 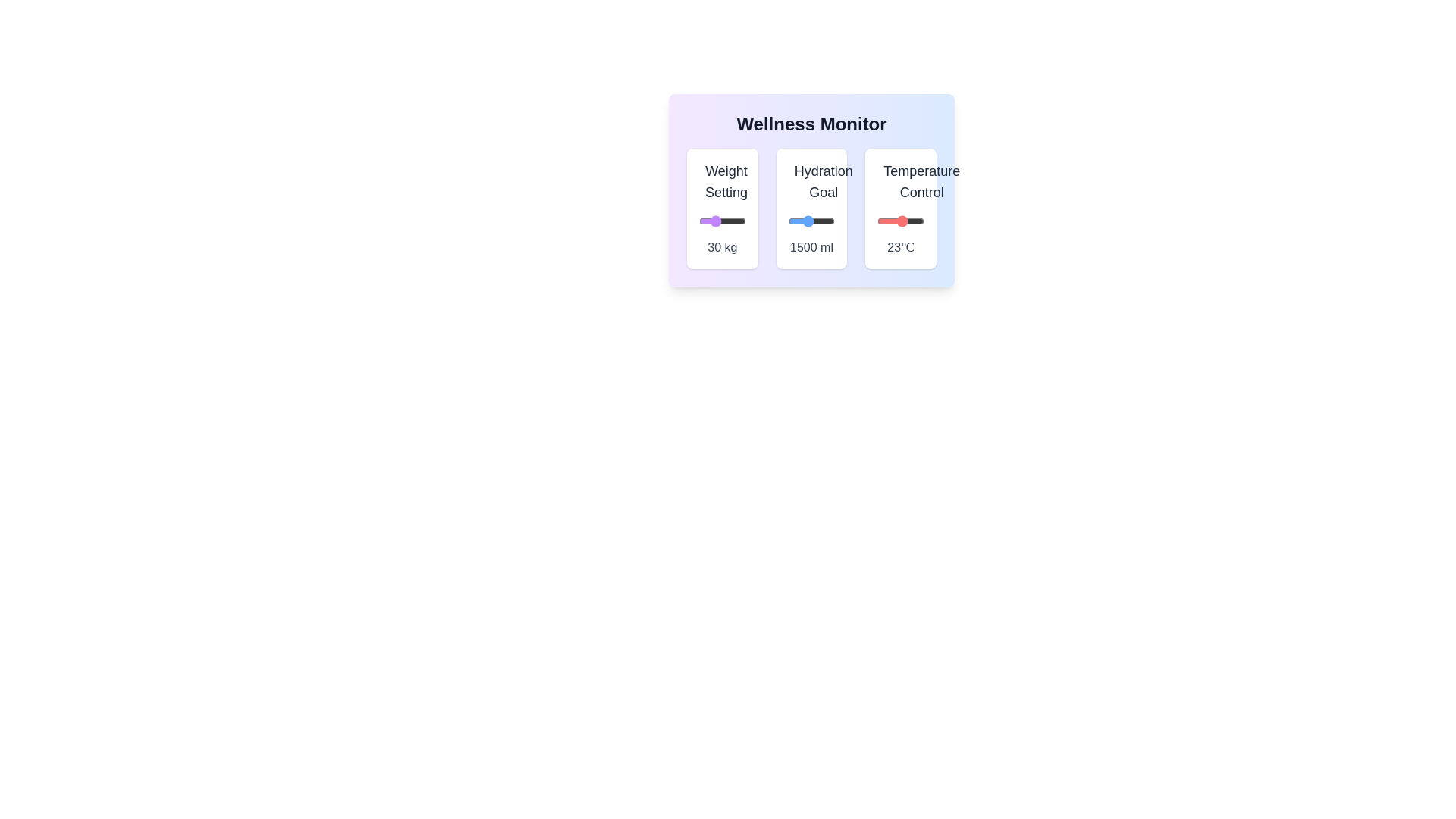 I want to click on the hydration slider control with the label '1500 ml', so click(x=811, y=209).